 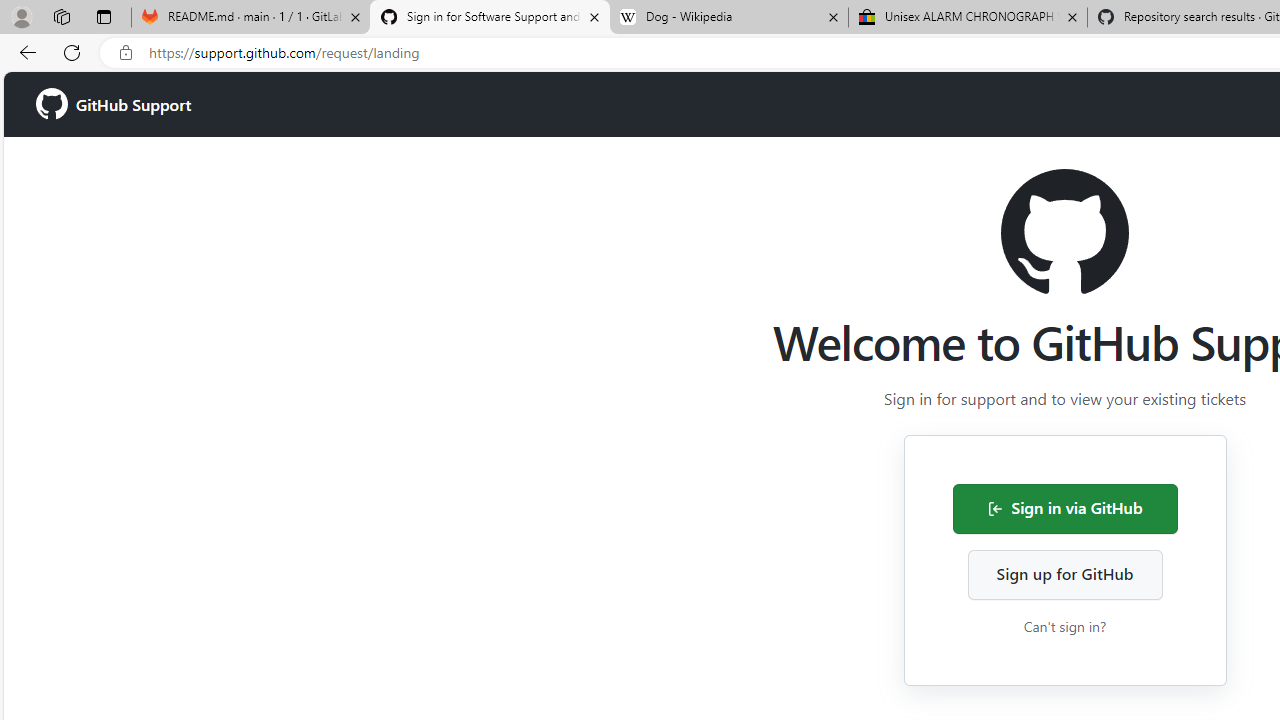 I want to click on 'Dog - Wikipedia', so click(x=728, y=17).